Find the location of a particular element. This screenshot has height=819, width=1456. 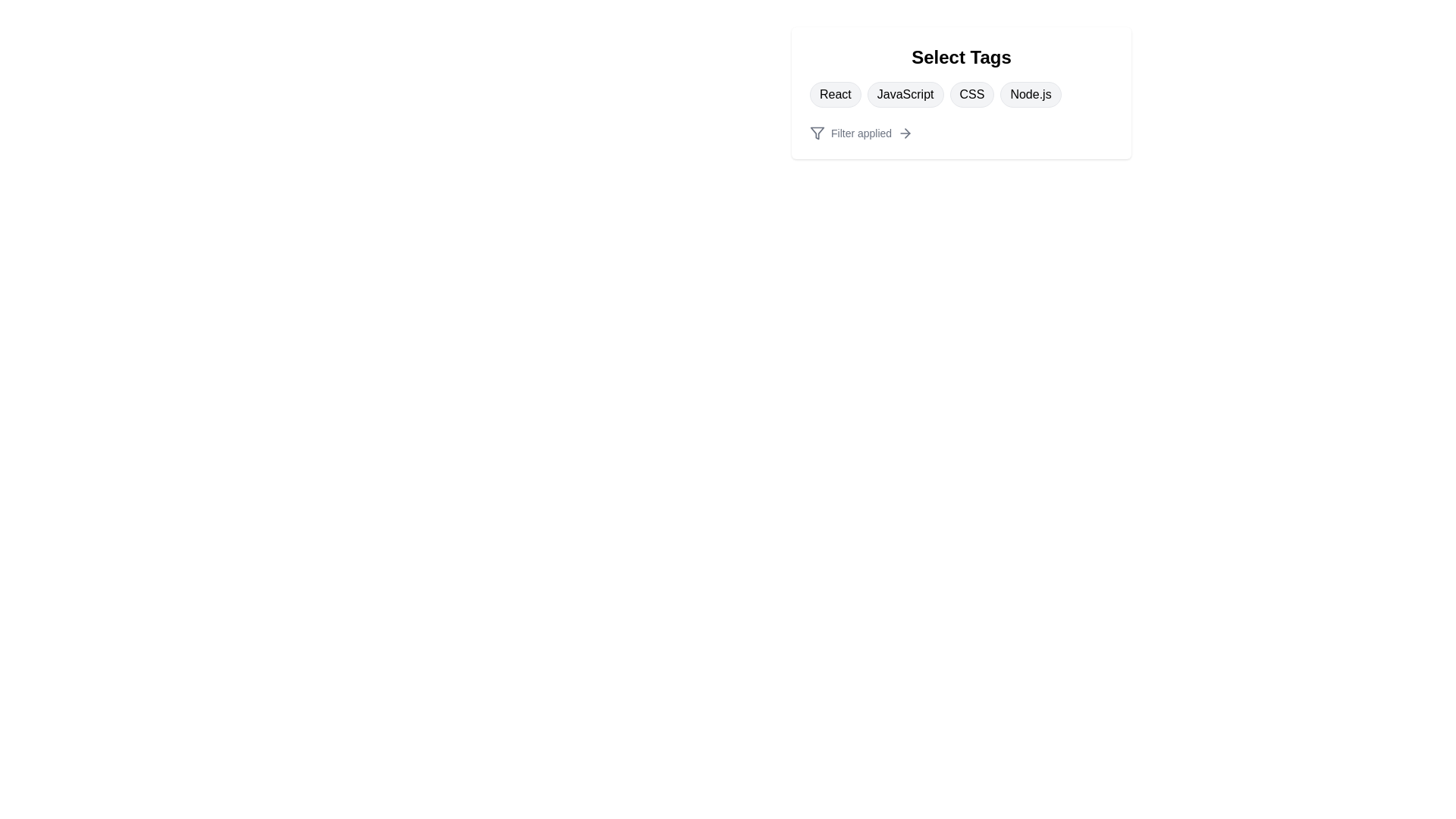

the right-pointing arrow icon, which is an outlined graphic with a stroke width of 2 units, located at the far-right end of the 'Filter applied' section is located at coordinates (905, 133).